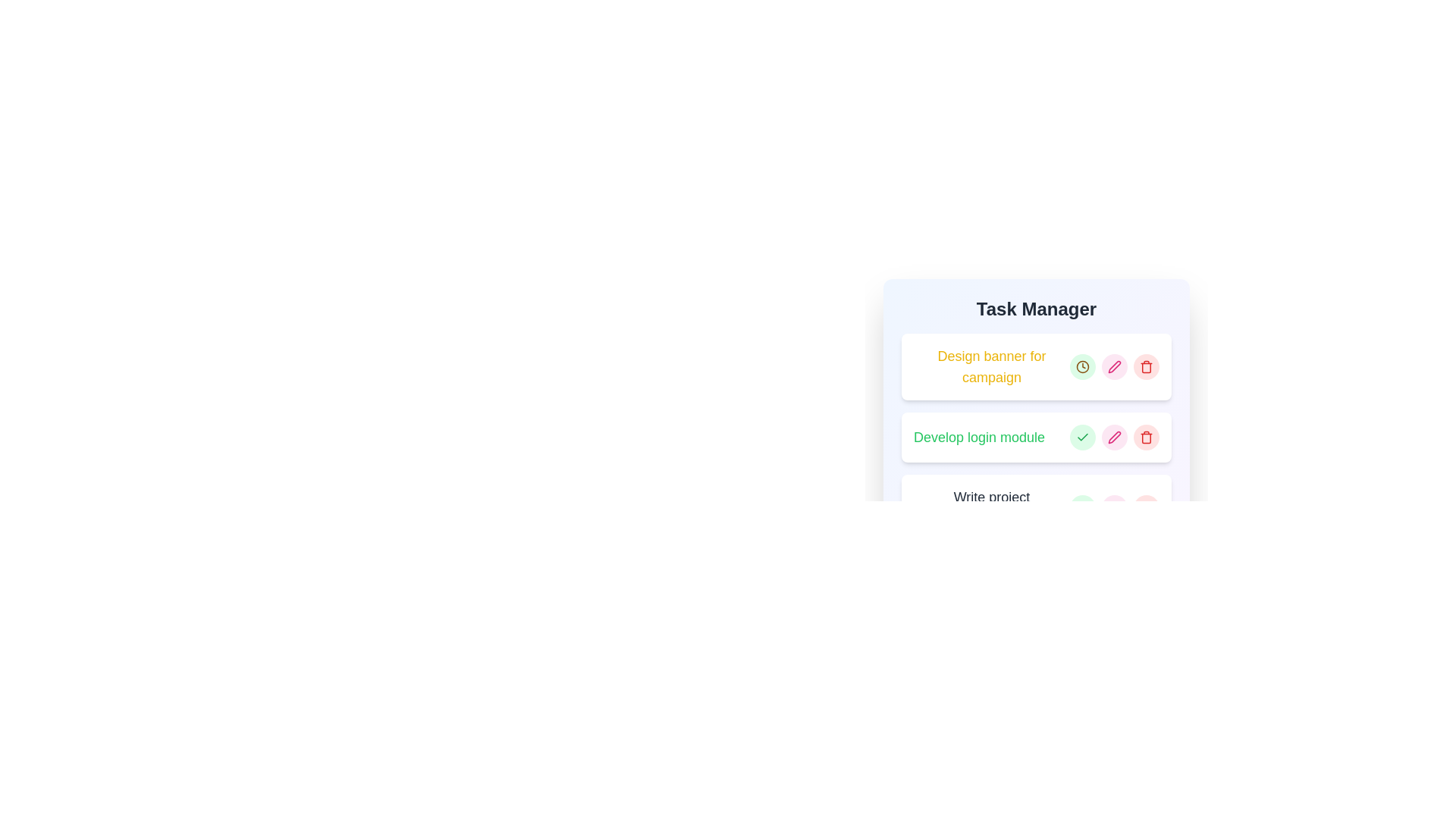 The height and width of the screenshot is (819, 1456). Describe the element at coordinates (1147, 508) in the screenshot. I see `the circular delete button with a red background color, which is the third button among three siblings in a horizontal alignment in the task manager section, to change its background color to a lighter red shade` at that location.